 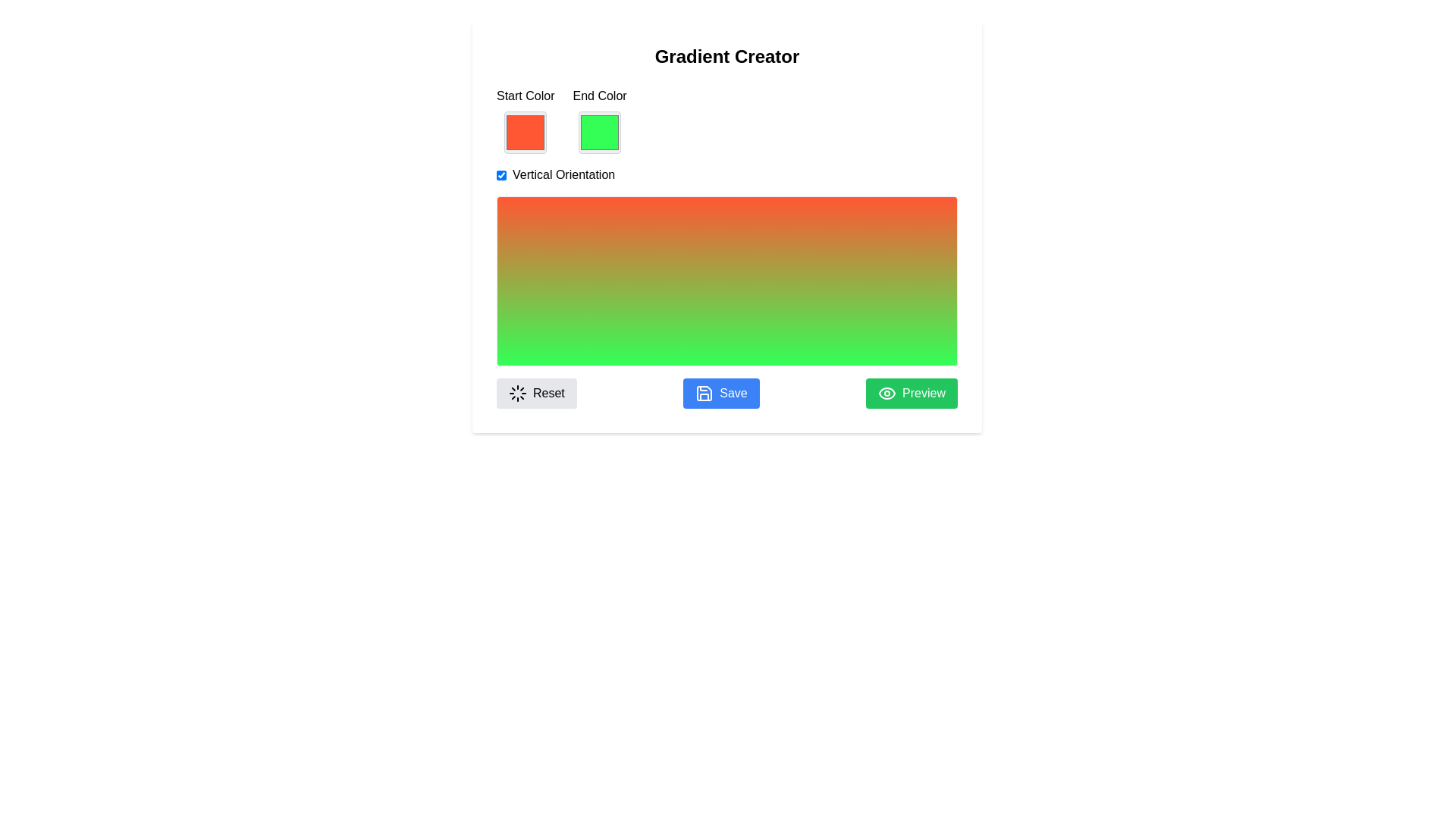 What do you see at coordinates (501, 174) in the screenshot?
I see `the selected checkbox located to the left of the text 'Vertical Orientation'` at bounding box center [501, 174].